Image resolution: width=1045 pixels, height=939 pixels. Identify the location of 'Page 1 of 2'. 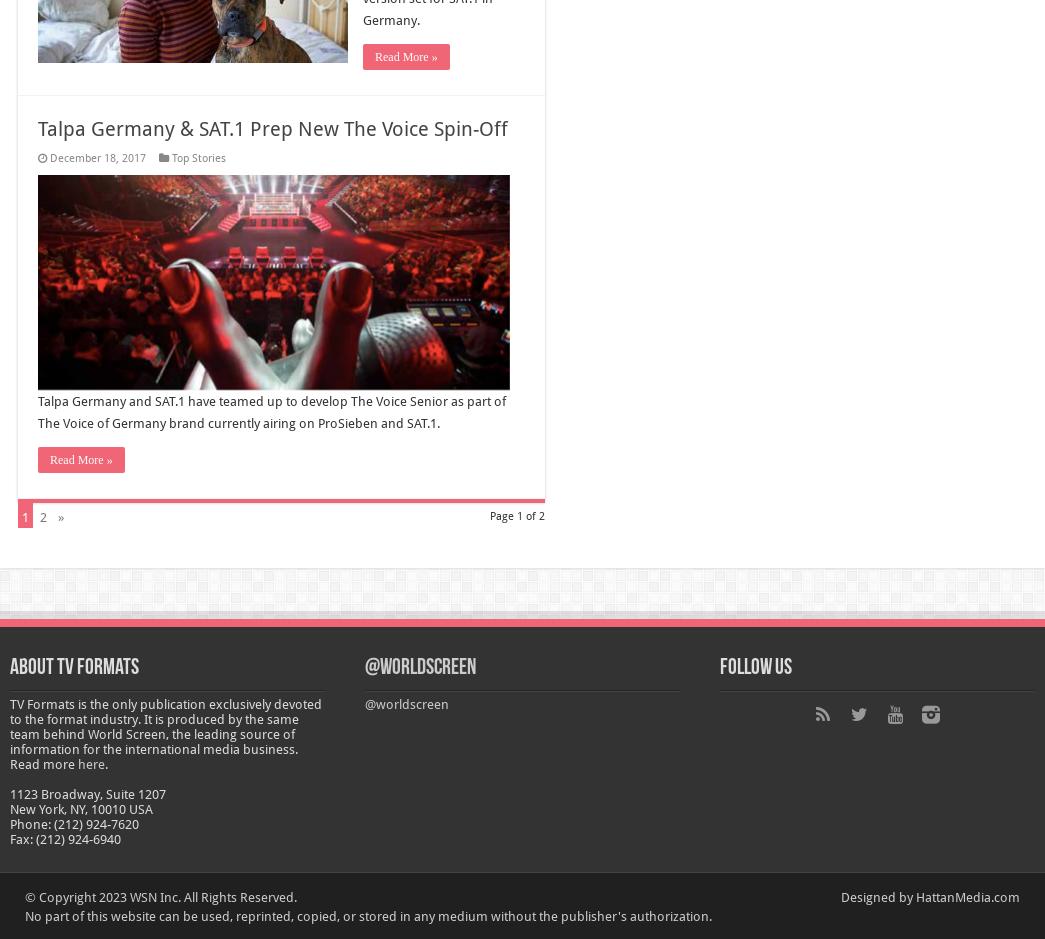
(489, 515).